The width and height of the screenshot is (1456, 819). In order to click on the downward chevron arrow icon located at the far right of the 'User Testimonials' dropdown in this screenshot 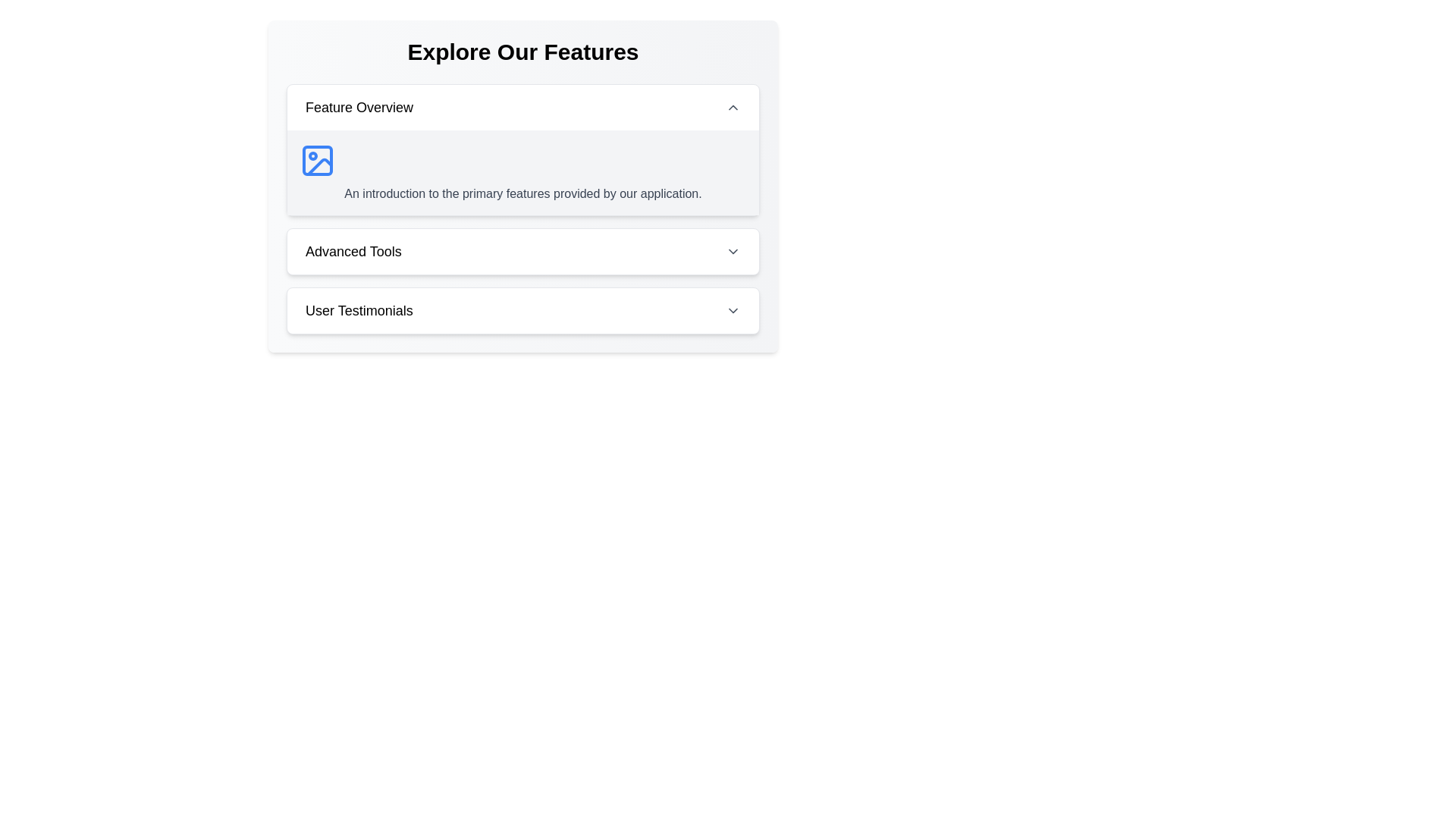, I will do `click(733, 309)`.